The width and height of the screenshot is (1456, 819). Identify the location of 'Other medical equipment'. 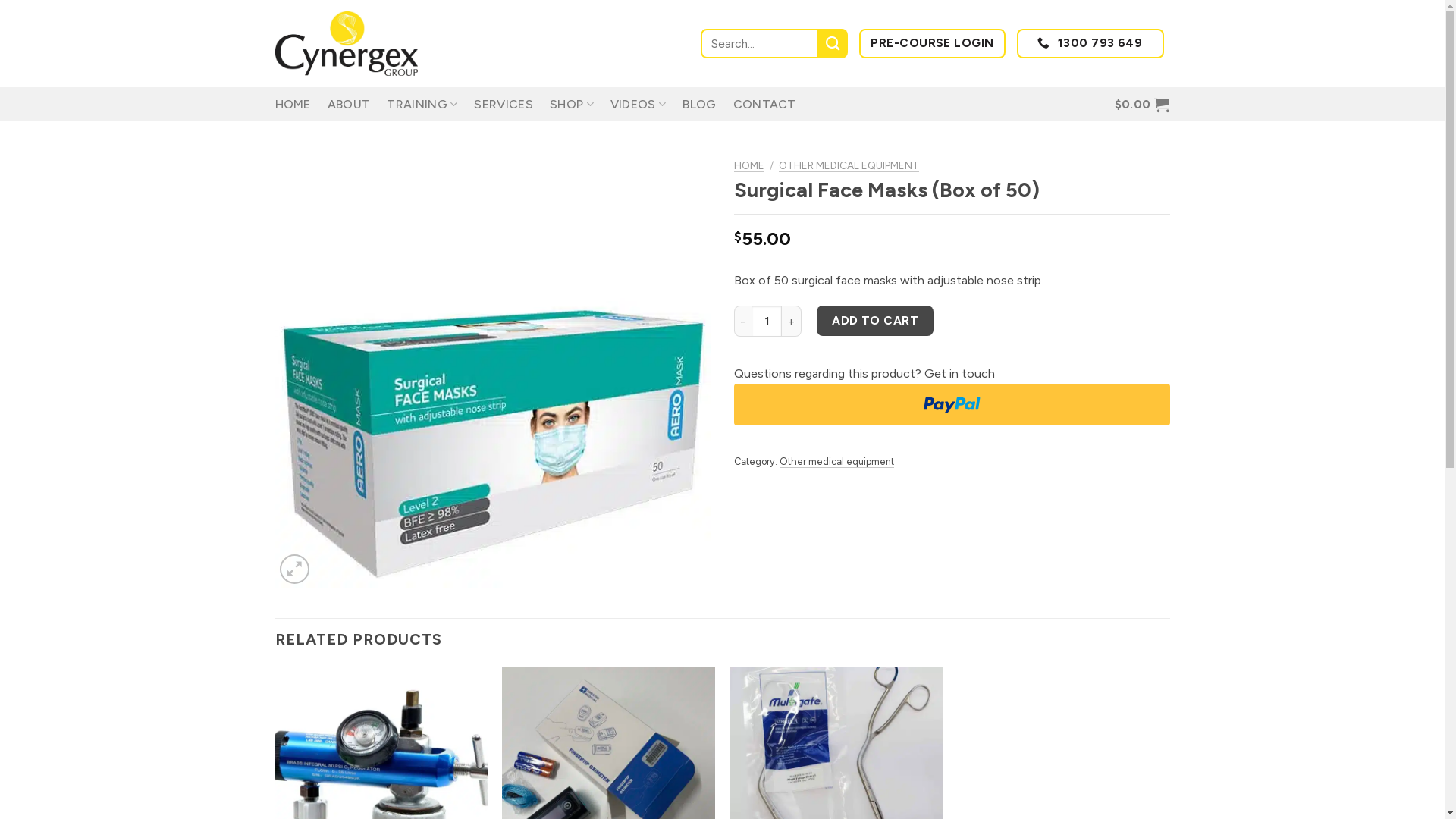
(779, 461).